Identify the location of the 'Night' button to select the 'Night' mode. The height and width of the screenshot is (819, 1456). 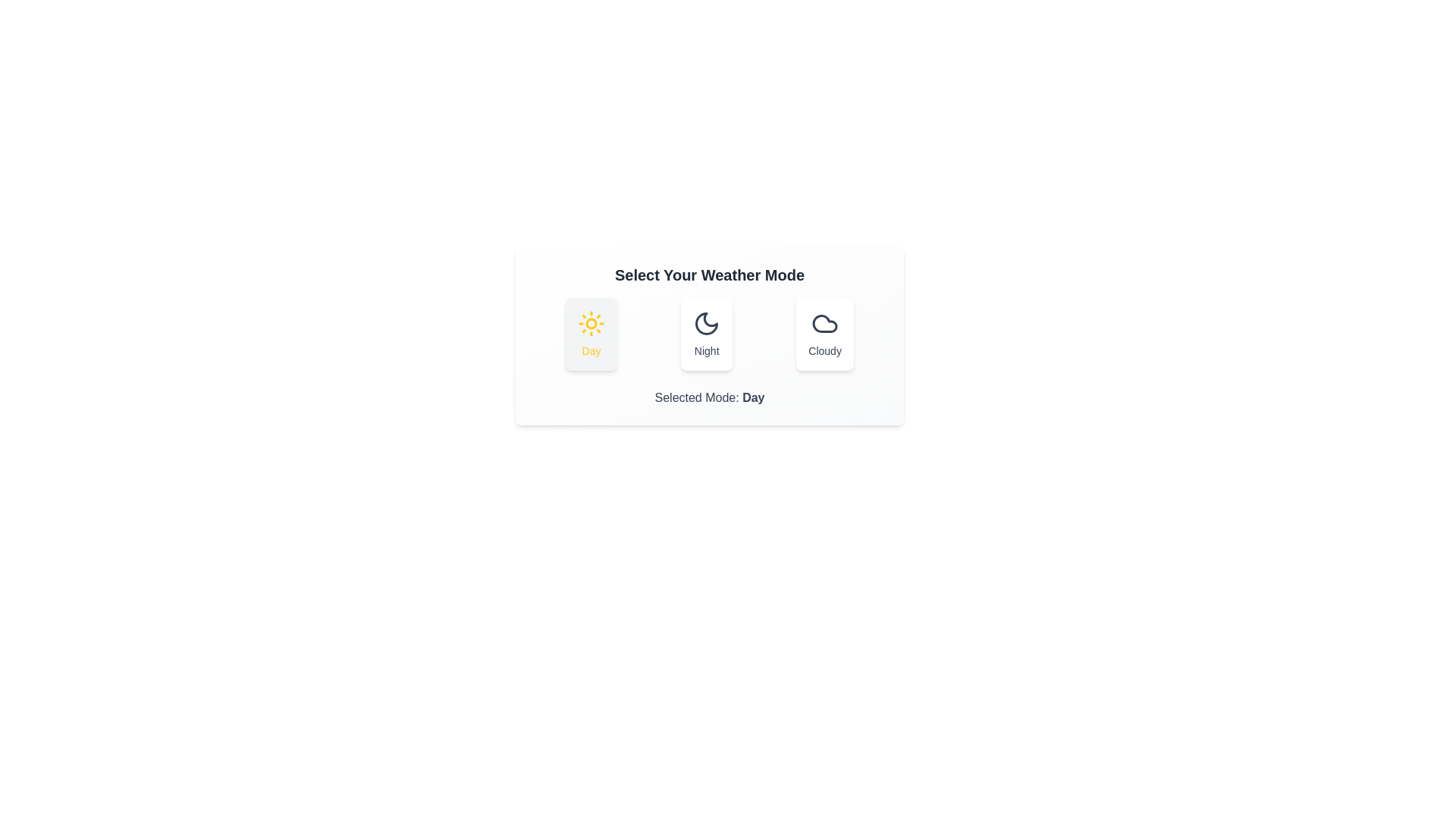
(705, 333).